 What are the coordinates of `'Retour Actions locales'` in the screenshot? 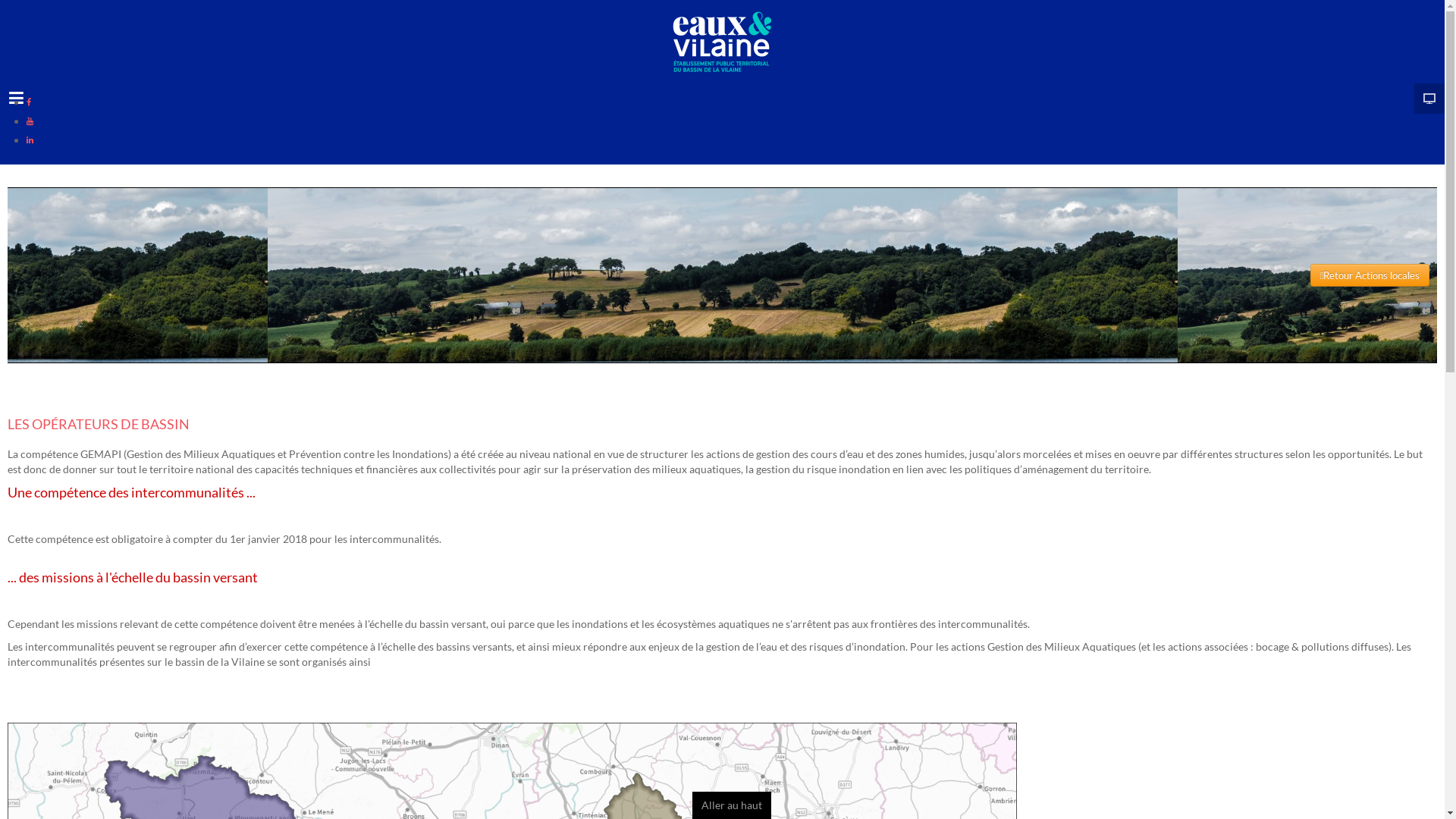 It's located at (1310, 275).